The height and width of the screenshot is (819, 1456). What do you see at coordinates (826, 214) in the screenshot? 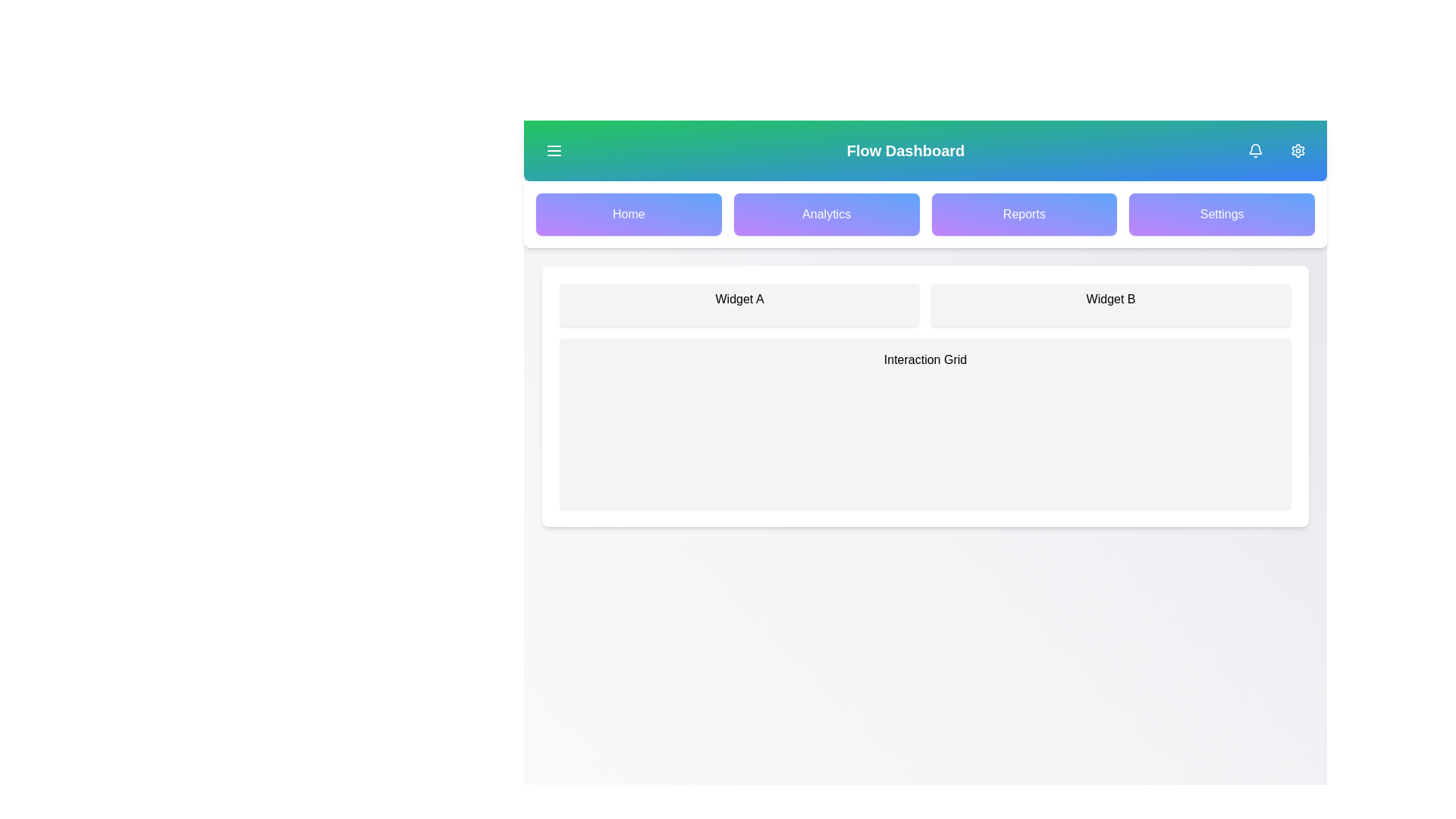
I see `the navigation button for Analytics to navigate to the respective section` at bounding box center [826, 214].